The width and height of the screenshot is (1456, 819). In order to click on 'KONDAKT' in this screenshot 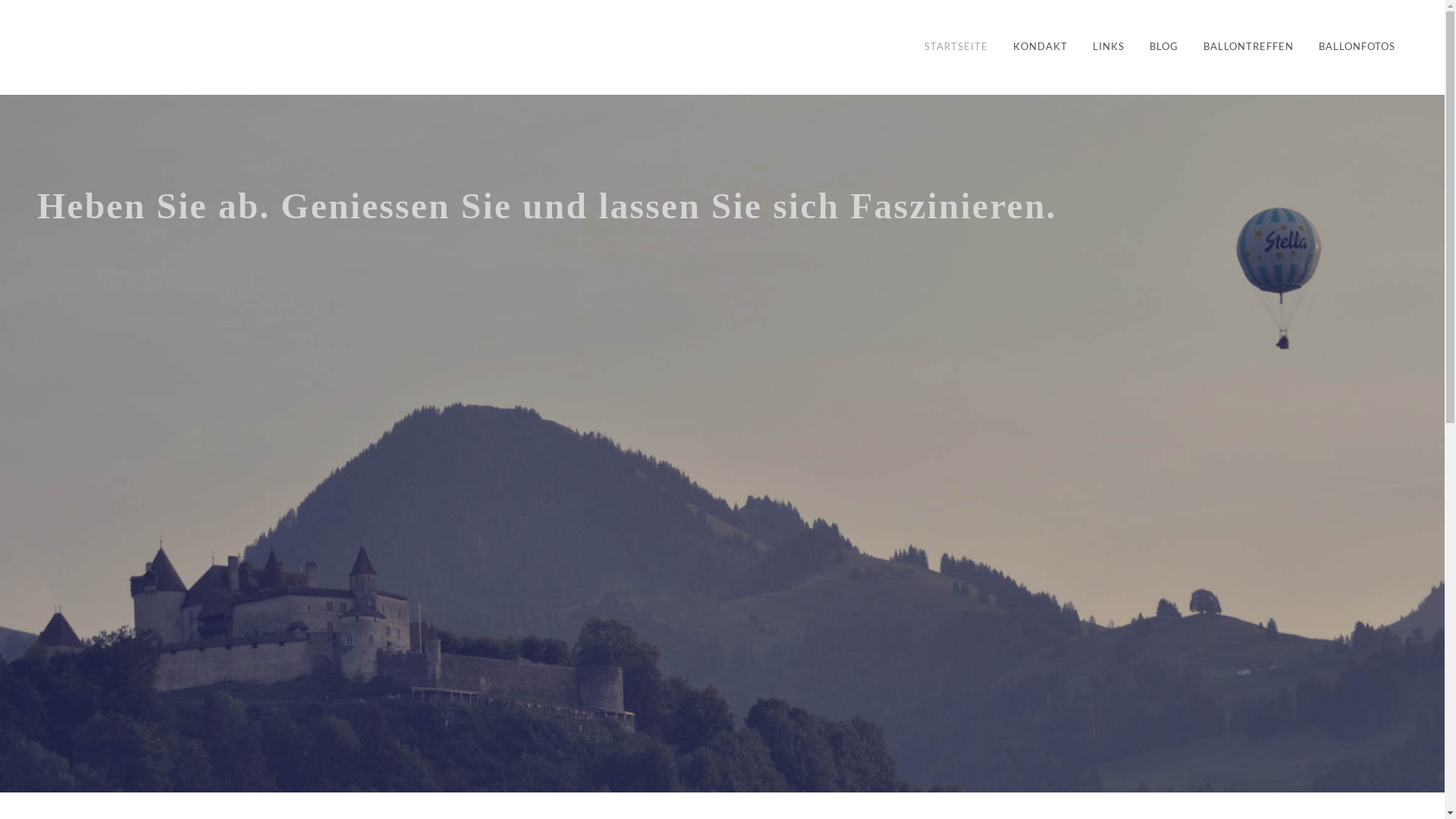, I will do `click(1001, 46)`.